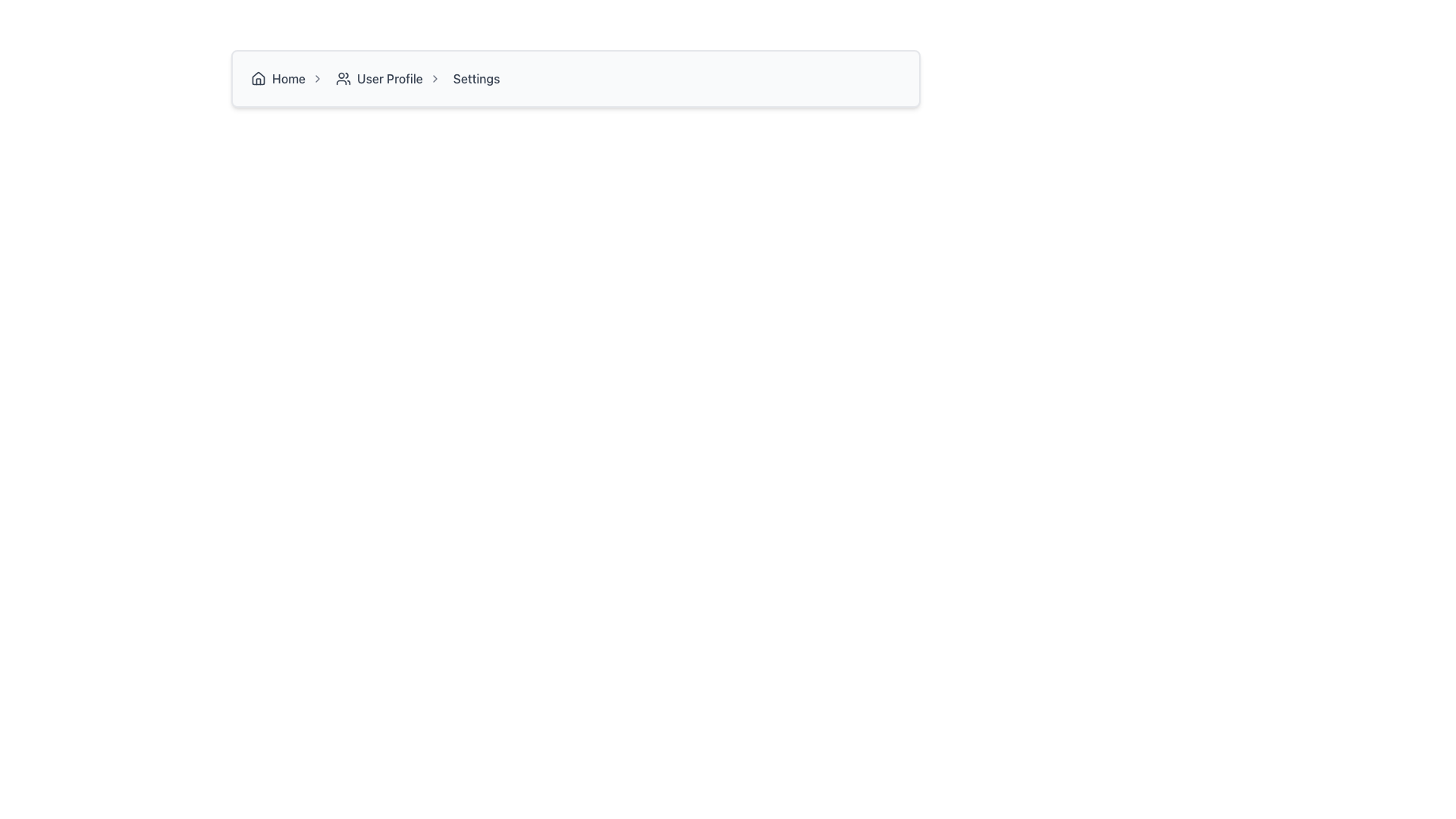  I want to click on the 'Home' icon in the breadcrumb navigation, so click(258, 78).